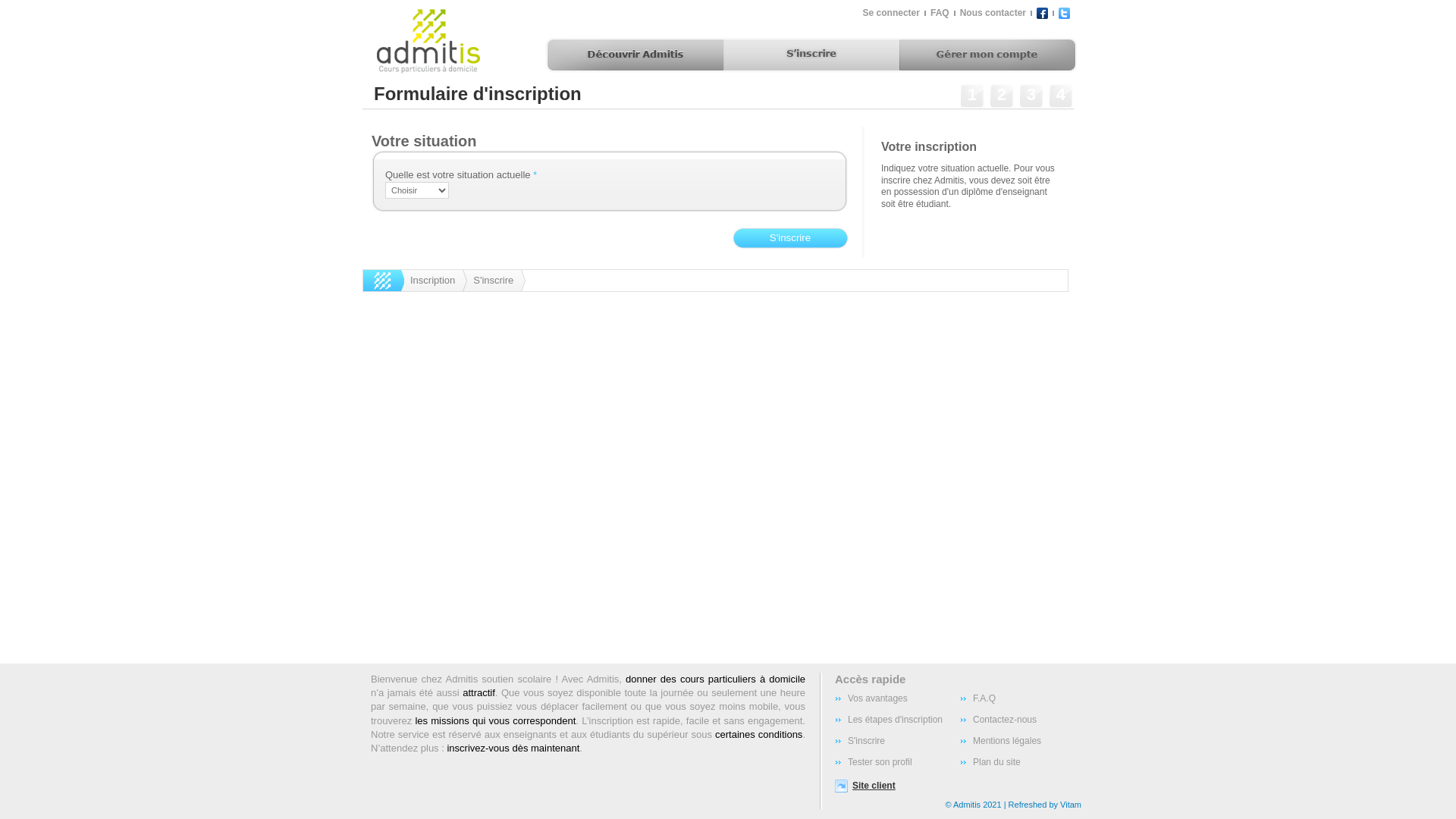 This screenshot has height=819, width=1456. What do you see at coordinates (881, 785) in the screenshot?
I see `'Site client'` at bounding box center [881, 785].